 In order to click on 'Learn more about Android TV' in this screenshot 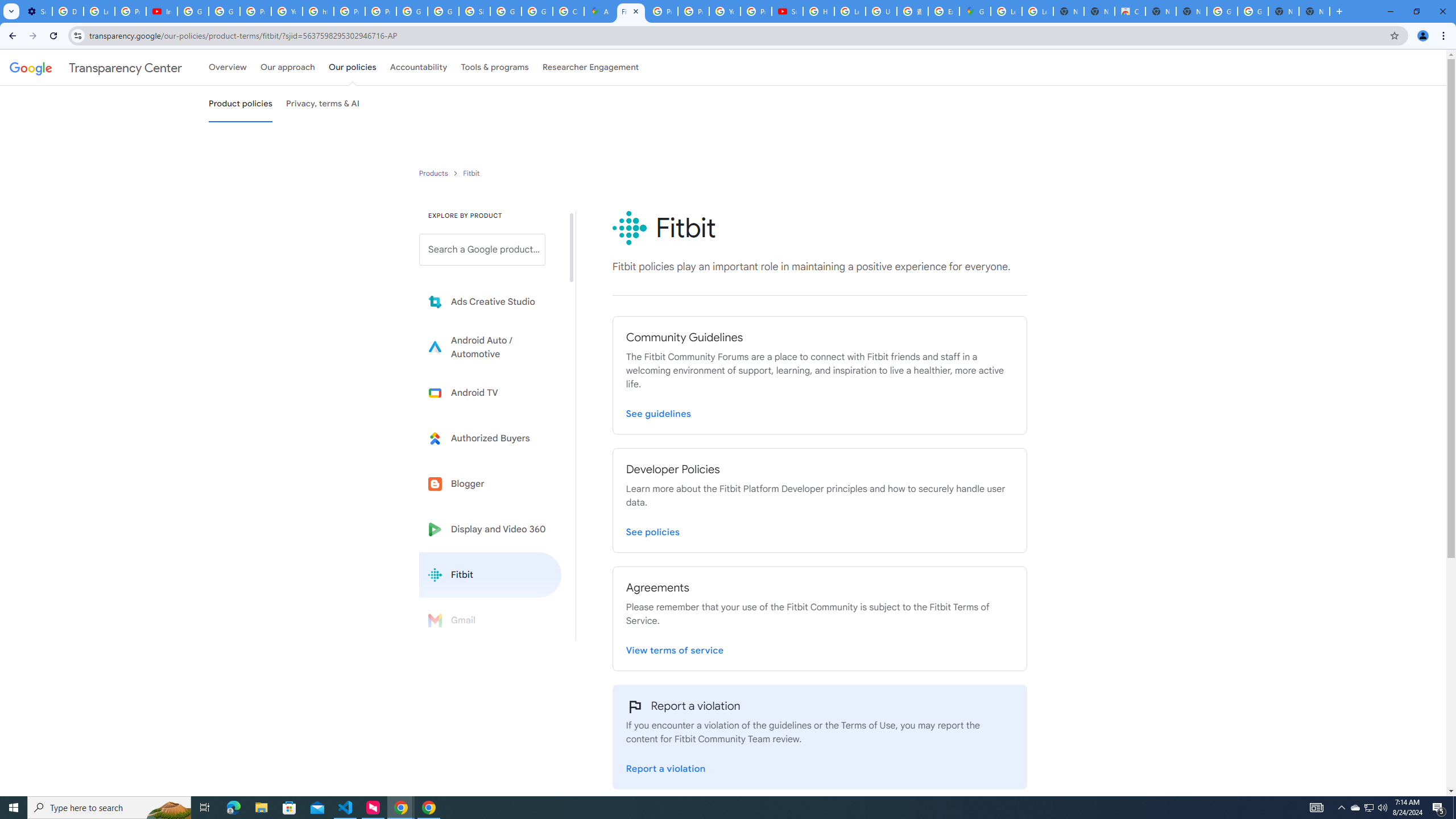, I will do `click(490, 392)`.